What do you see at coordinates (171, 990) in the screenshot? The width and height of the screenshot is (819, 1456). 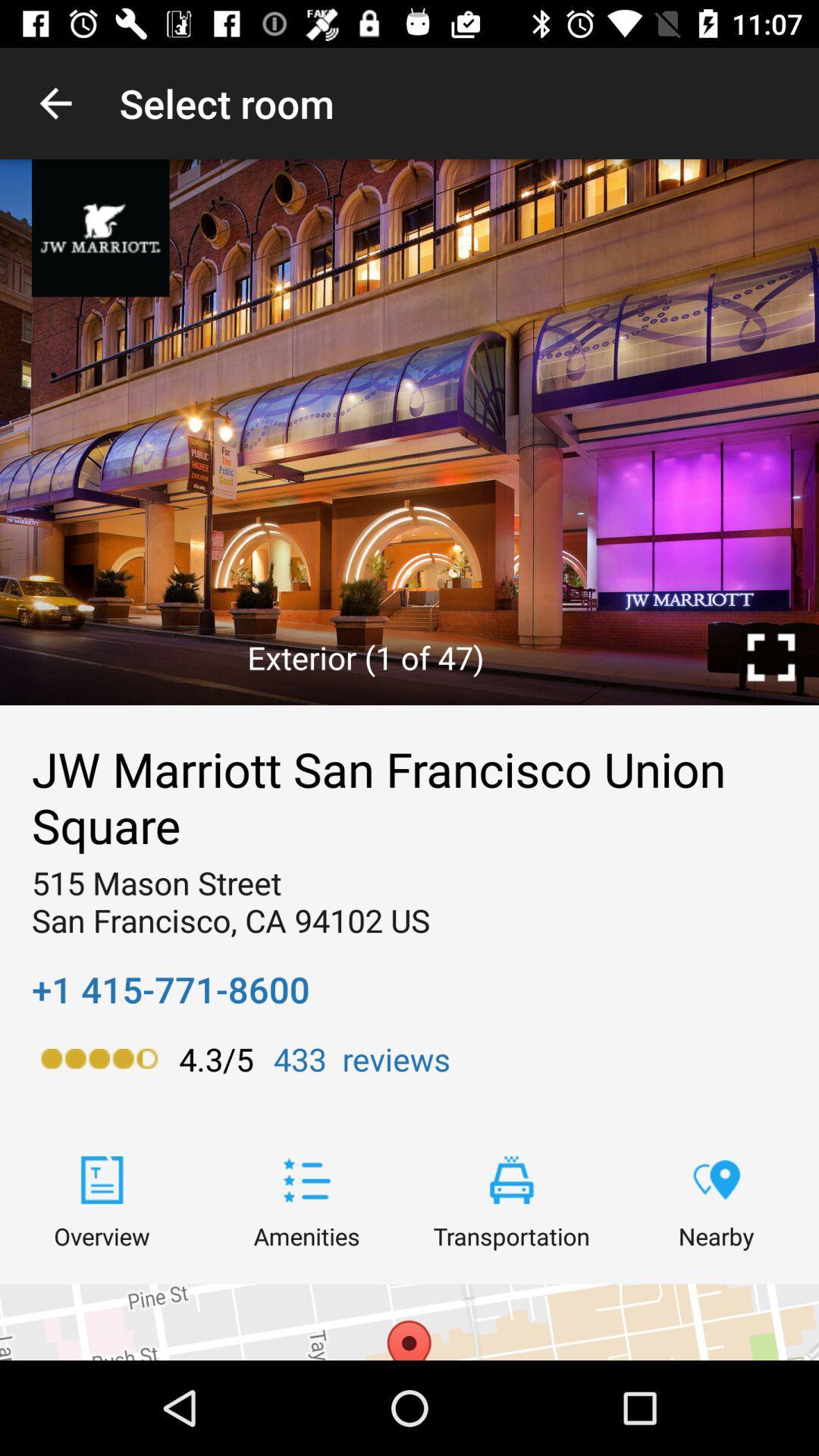 I see `icon below the 515 mason street icon` at bounding box center [171, 990].